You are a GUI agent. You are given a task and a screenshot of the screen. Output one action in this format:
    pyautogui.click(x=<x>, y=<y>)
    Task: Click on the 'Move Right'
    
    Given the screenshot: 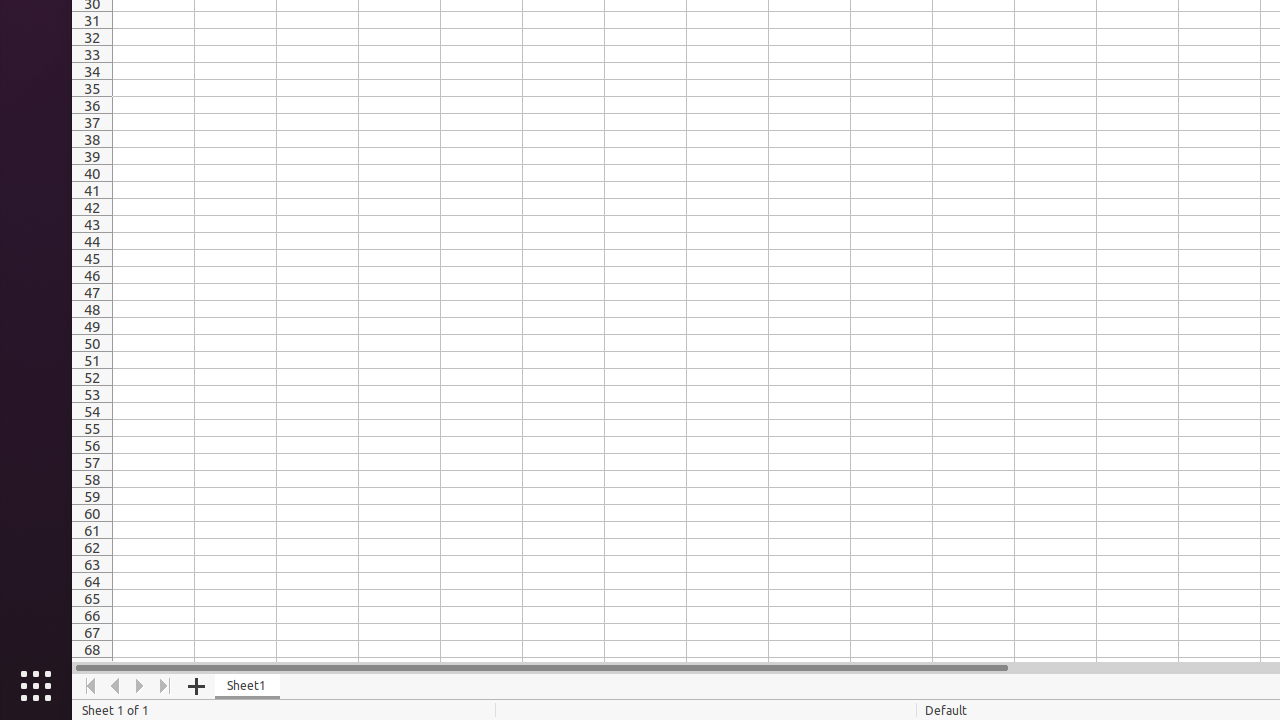 What is the action you would take?
    pyautogui.click(x=139, y=685)
    